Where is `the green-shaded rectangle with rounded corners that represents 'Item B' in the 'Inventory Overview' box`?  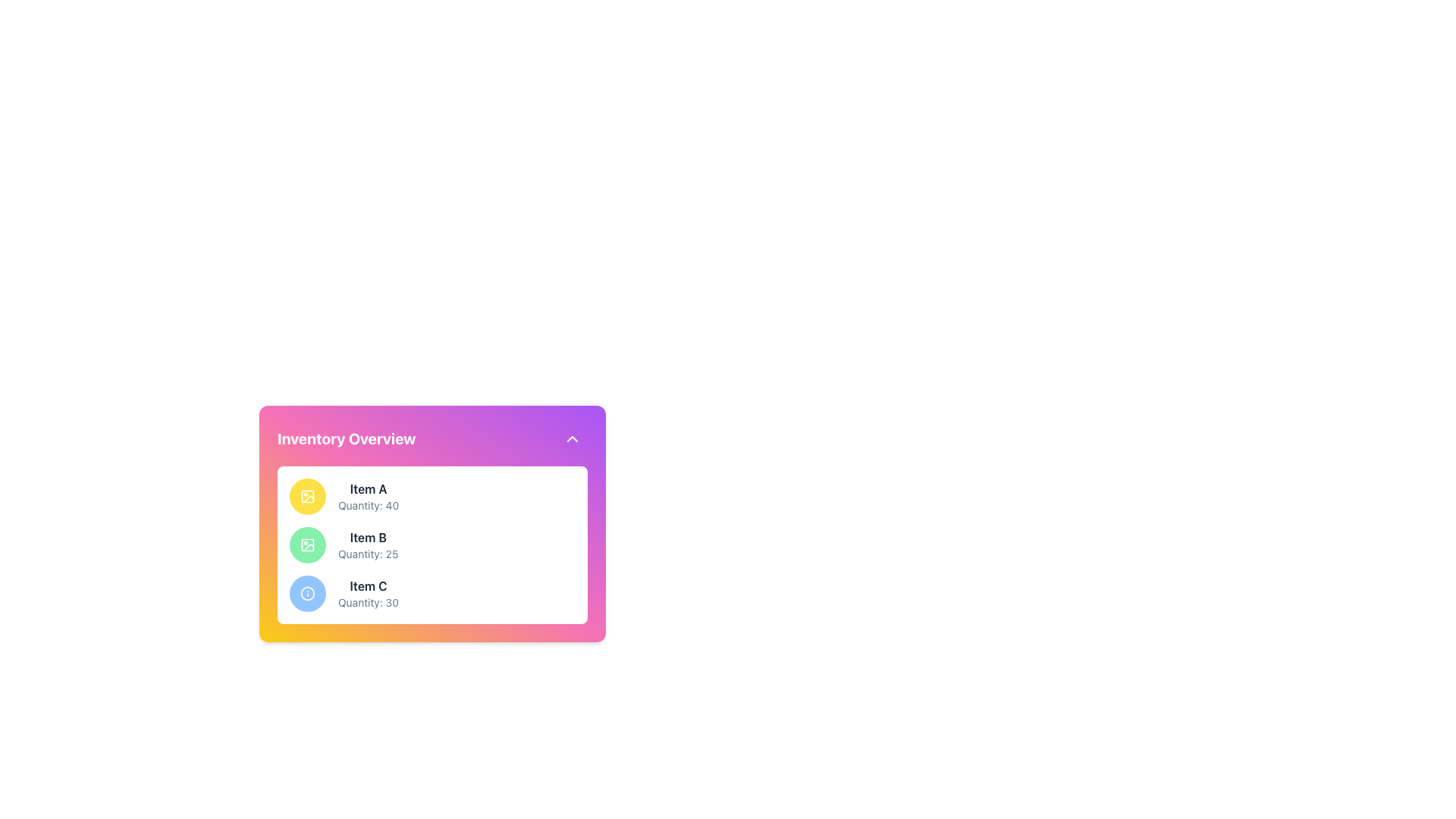
the green-shaded rectangle with rounded corners that represents 'Item B' in the 'Inventory Overview' box is located at coordinates (307, 544).